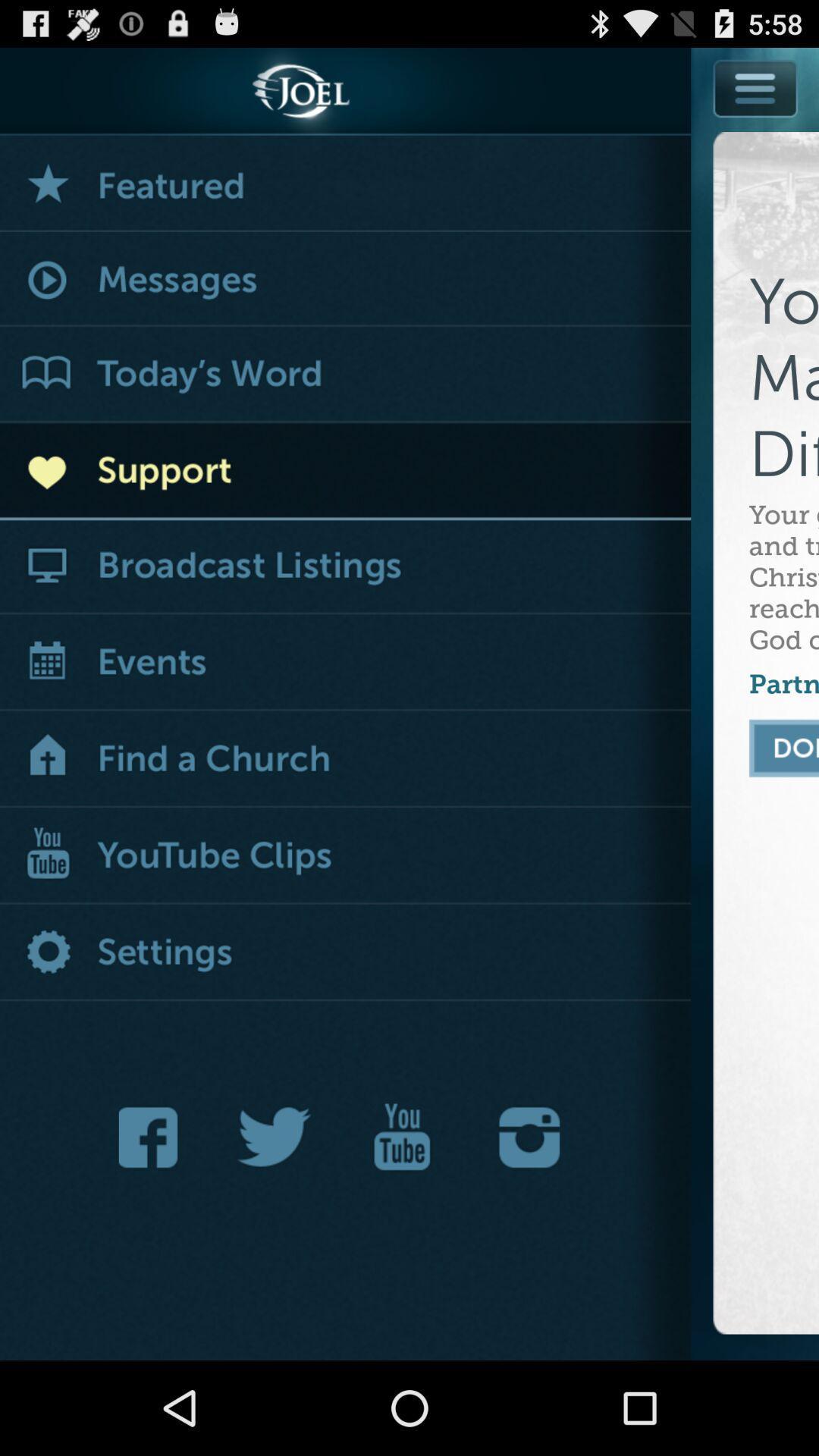 The width and height of the screenshot is (819, 1456). Describe the element at coordinates (401, 1137) in the screenshot. I see `youtube` at that location.